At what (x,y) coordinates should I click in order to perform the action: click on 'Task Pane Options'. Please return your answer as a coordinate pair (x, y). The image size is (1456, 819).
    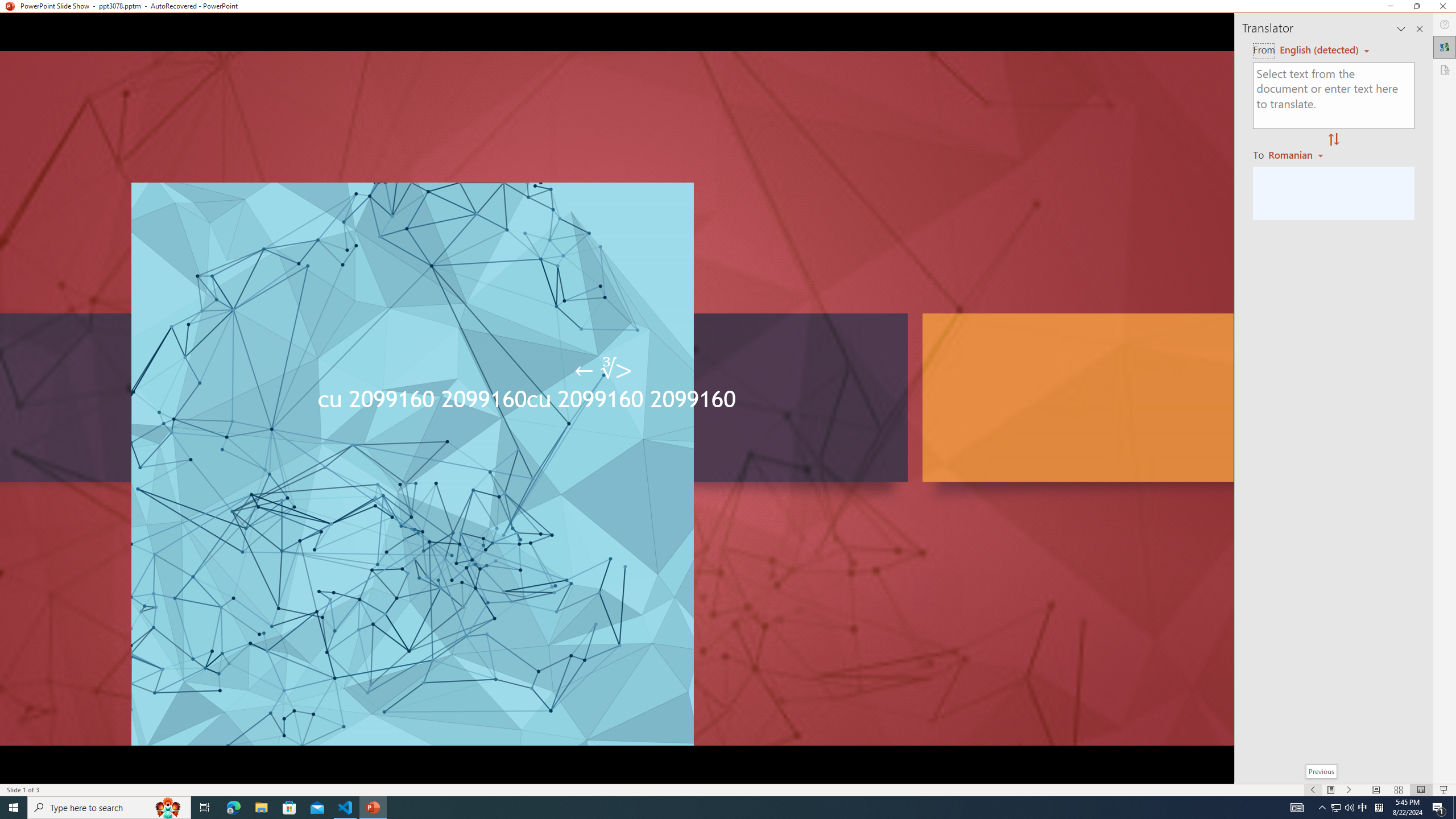
    Looking at the image, I should click on (1401, 28).